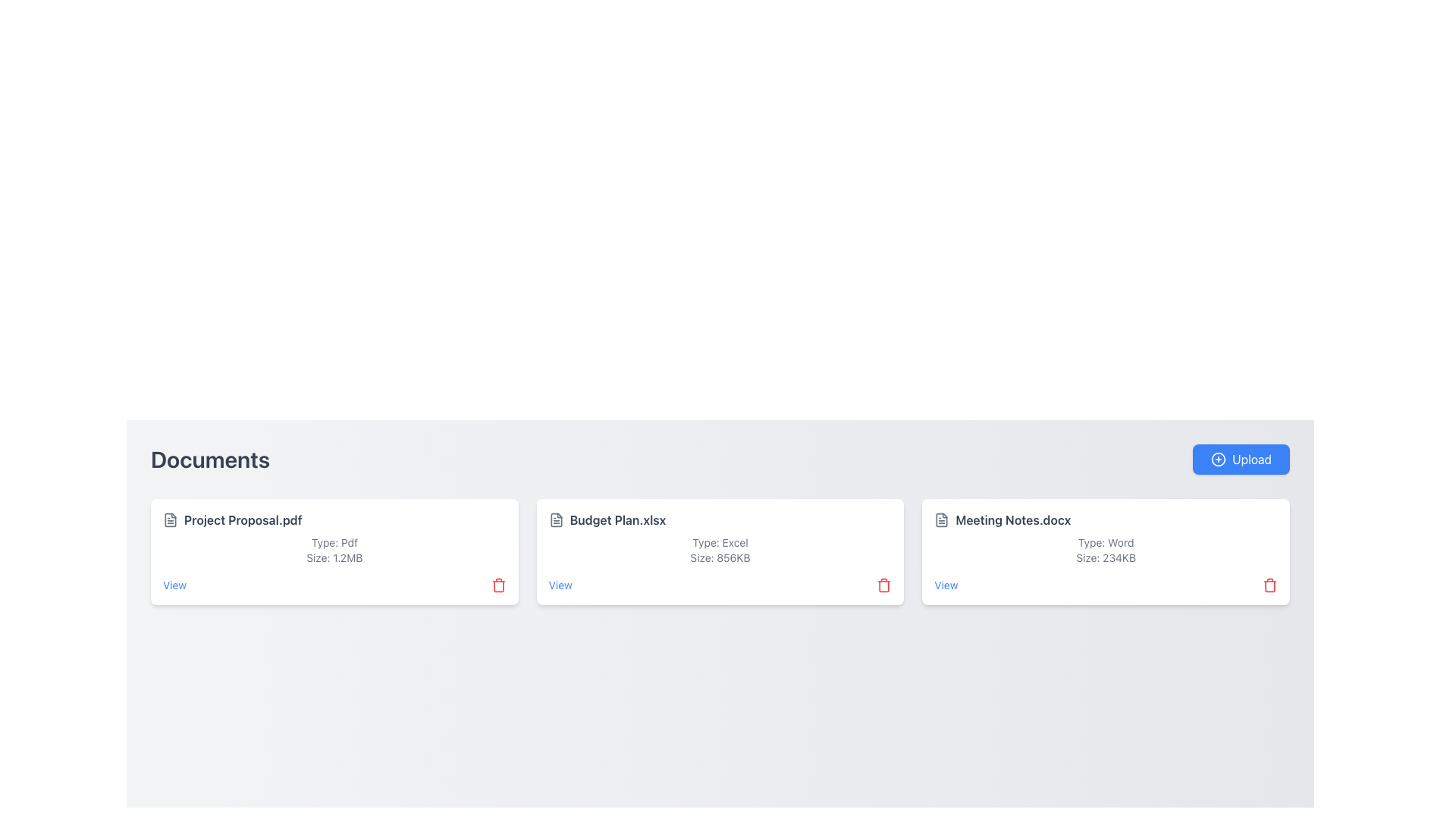 The image size is (1456, 819). What do you see at coordinates (618, 519) in the screenshot?
I see `the text label displaying 'Budget Plan.xlsx' located in the second document card in a three-card layout, positioned towards the top-center of the card` at bounding box center [618, 519].